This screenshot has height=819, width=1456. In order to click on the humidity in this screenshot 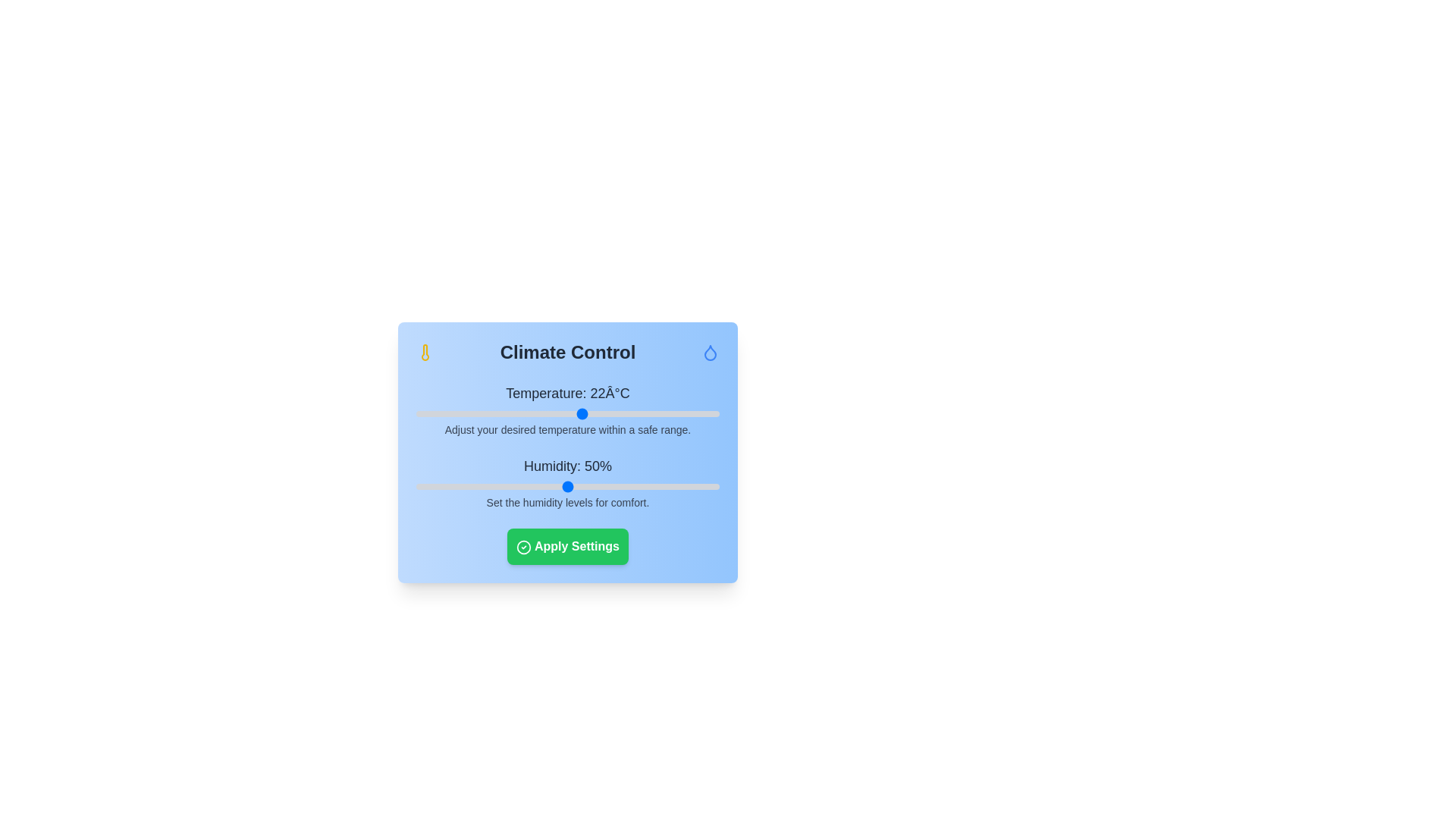, I will do `click(613, 486)`.